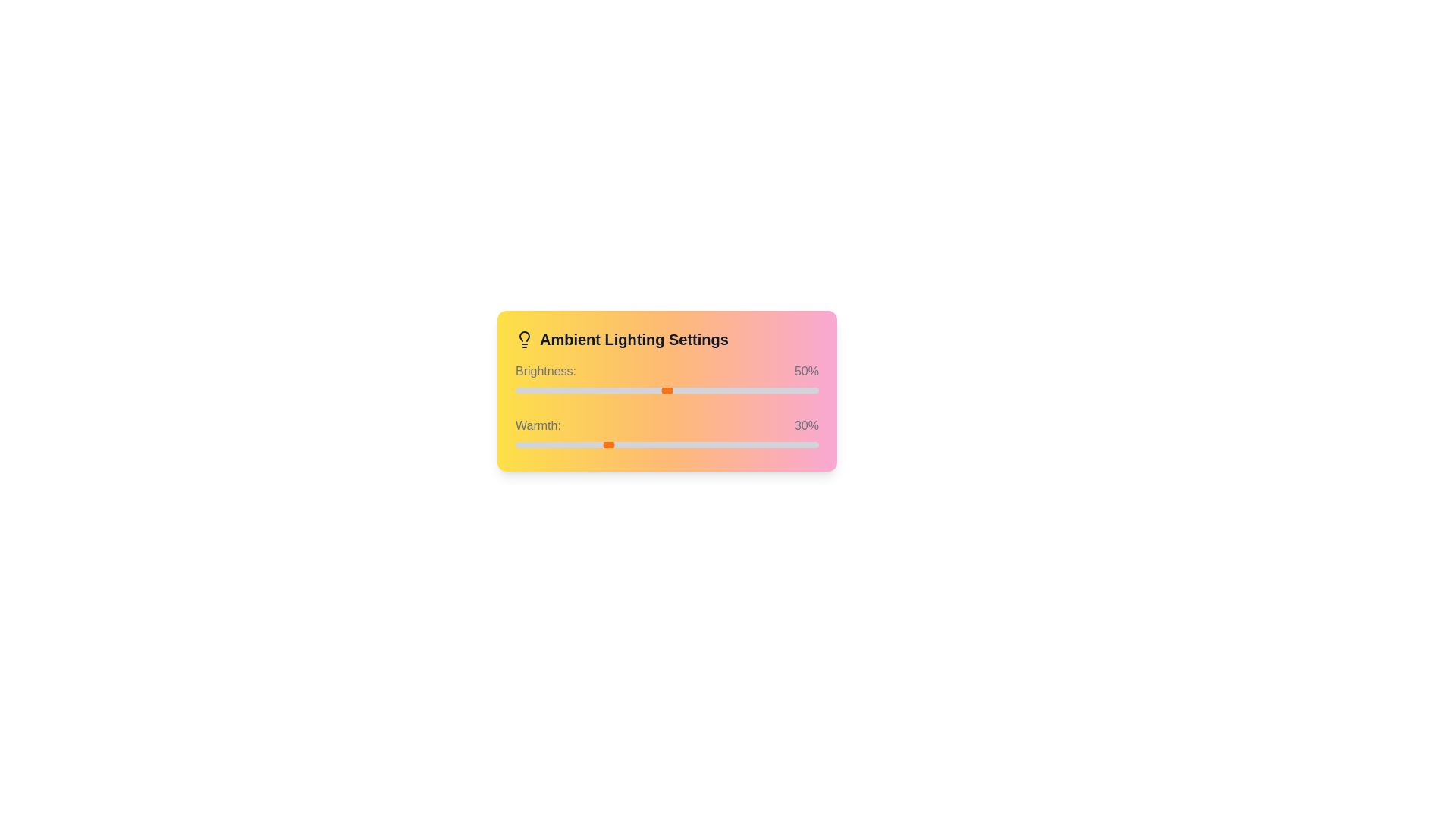  What do you see at coordinates (625, 444) in the screenshot?
I see `the warmth slider to 36%` at bounding box center [625, 444].